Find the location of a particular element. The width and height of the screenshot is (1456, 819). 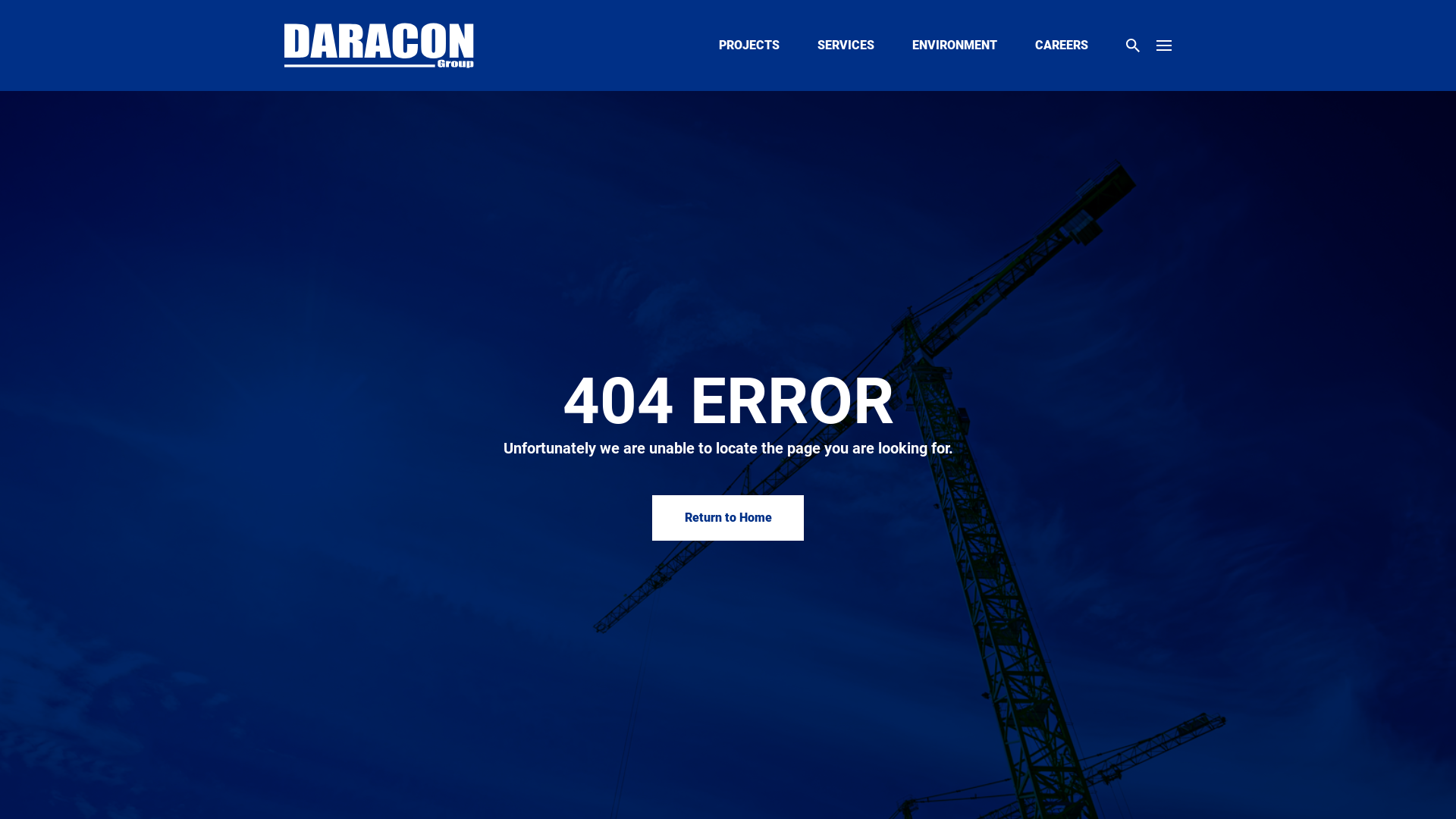

'PROJECTS' is located at coordinates (749, 44).